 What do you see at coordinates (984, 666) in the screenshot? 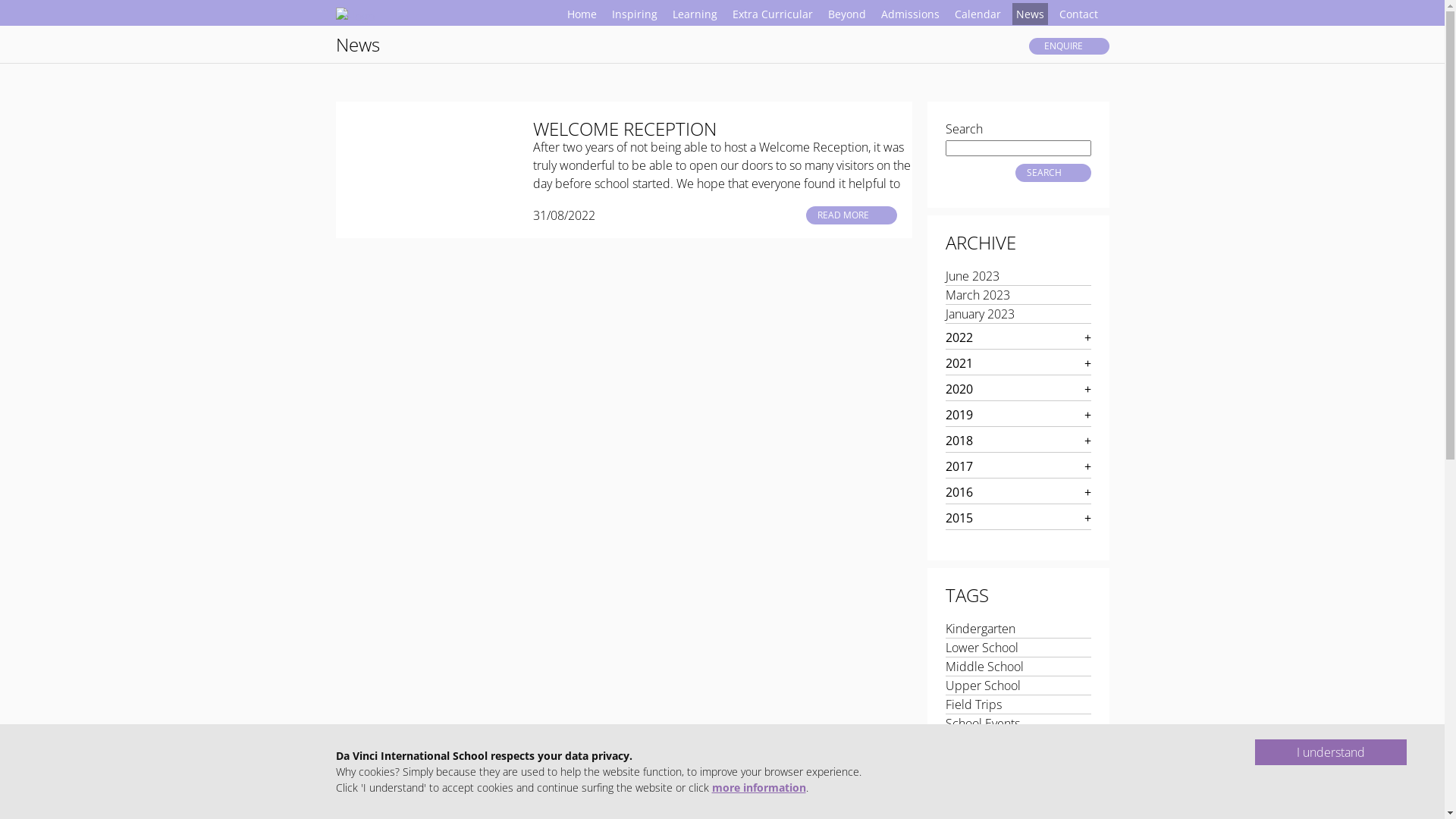
I see `'Middle School'` at bounding box center [984, 666].